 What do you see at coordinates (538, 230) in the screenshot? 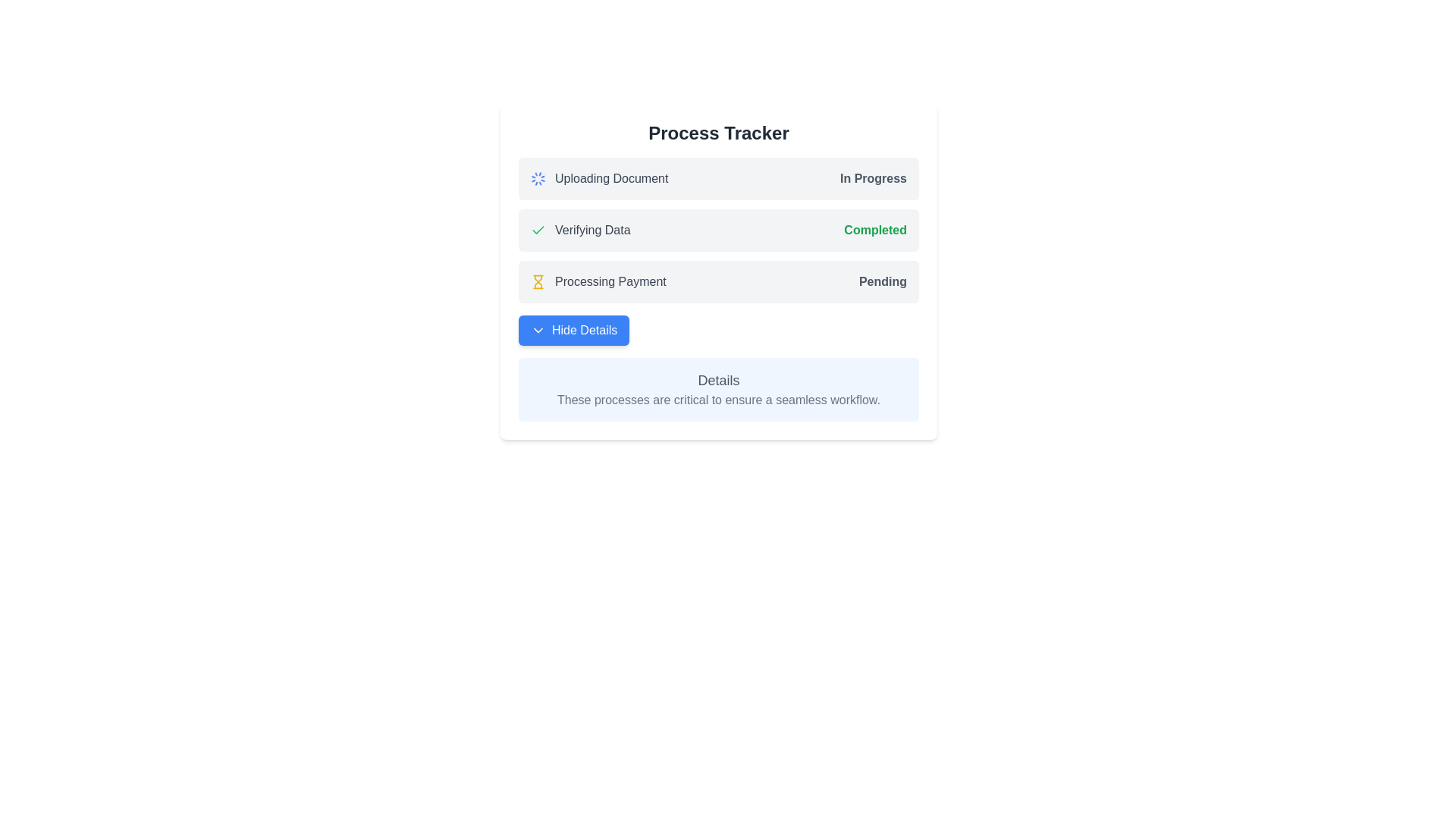
I see `the green checkmark icon in the 'Process Tracker' section, which is associated with the 'Verifying Data' step, indicating completion` at bounding box center [538, 230].